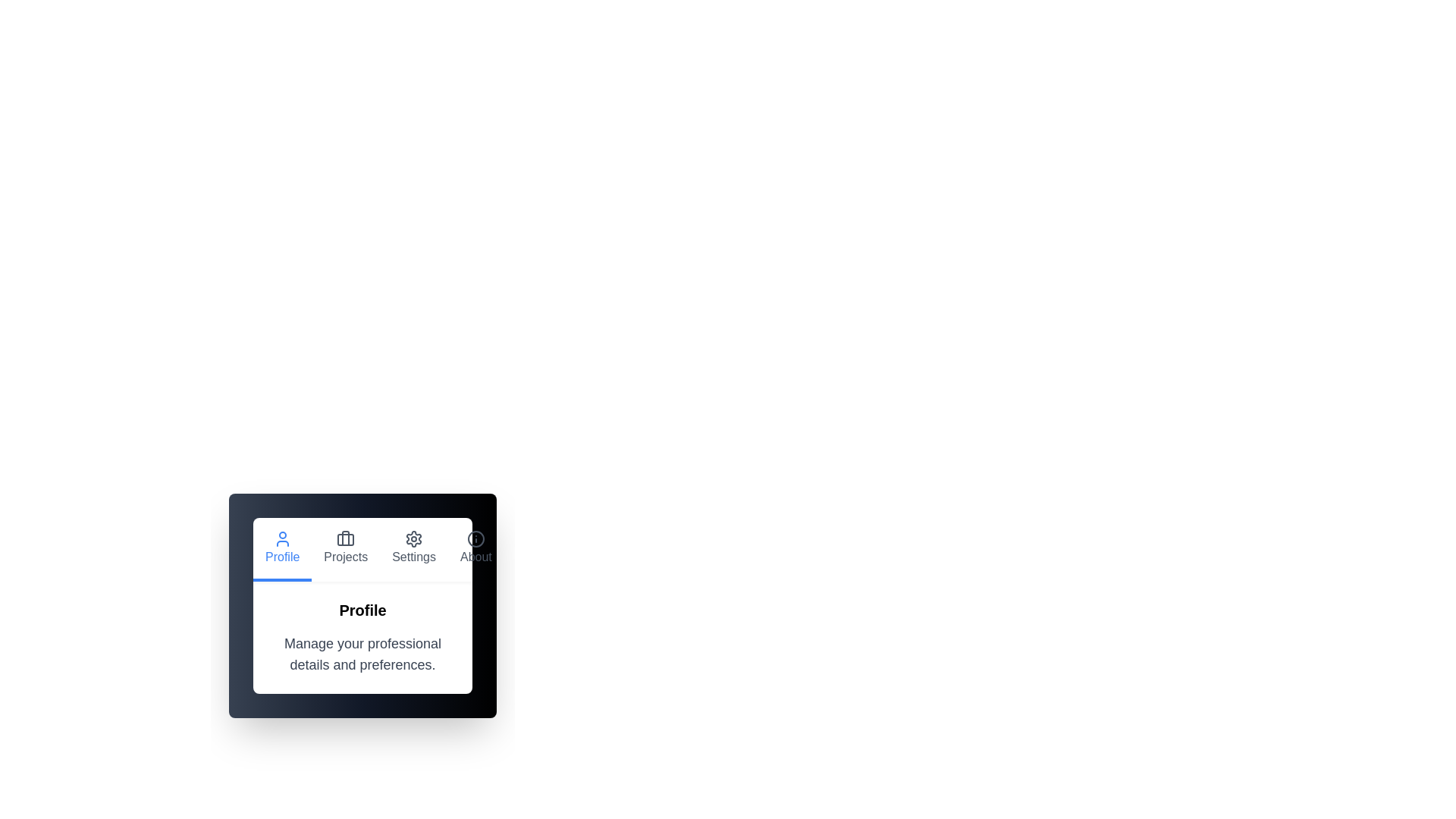 This screenshot has height=819, width=1456. Describe the element at coordinates (475, 550) in the screenshot. I see `the About tab to navigate to its corresponding content` at that location.